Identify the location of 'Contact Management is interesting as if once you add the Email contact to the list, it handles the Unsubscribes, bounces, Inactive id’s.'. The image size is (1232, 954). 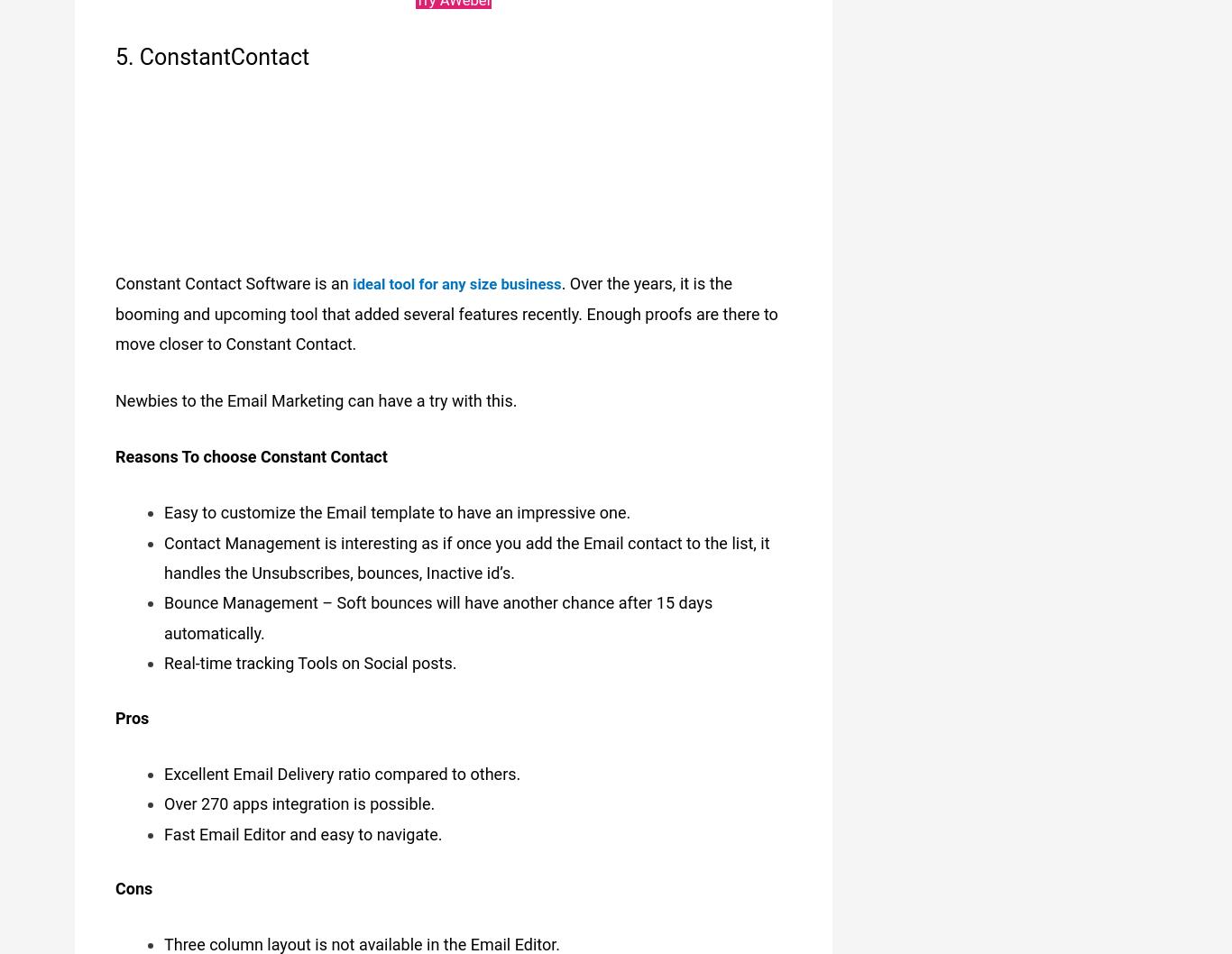
(466, 548).